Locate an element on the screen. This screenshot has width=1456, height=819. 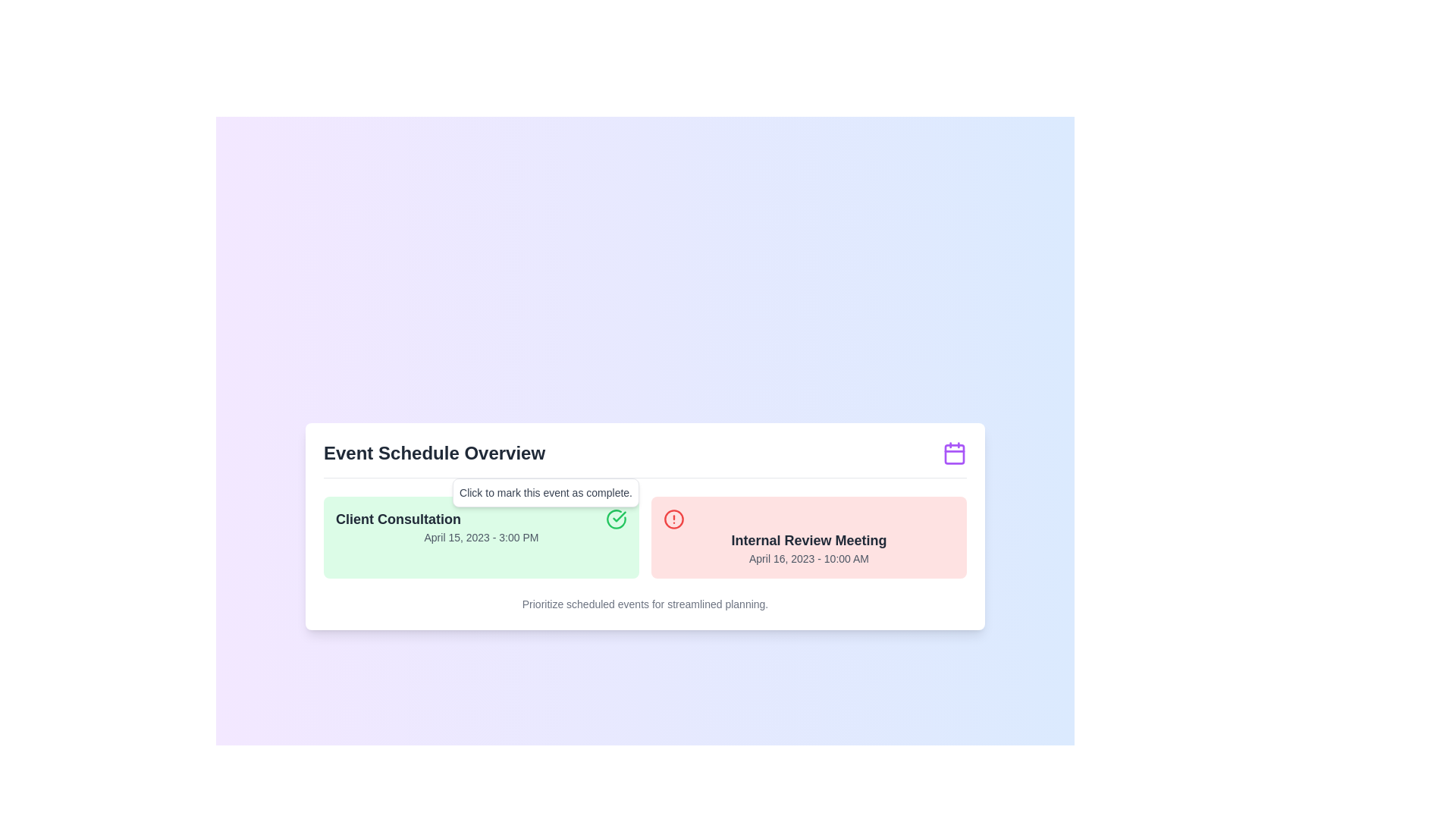
the text label displaying the date and time 'April 16, 2023 - 10:00 AM', which is styled in a smaller, muted gray font and located beneath the 'Internal Review Meeting' title in the red-bordered event card is located at coordinates (808, 558).